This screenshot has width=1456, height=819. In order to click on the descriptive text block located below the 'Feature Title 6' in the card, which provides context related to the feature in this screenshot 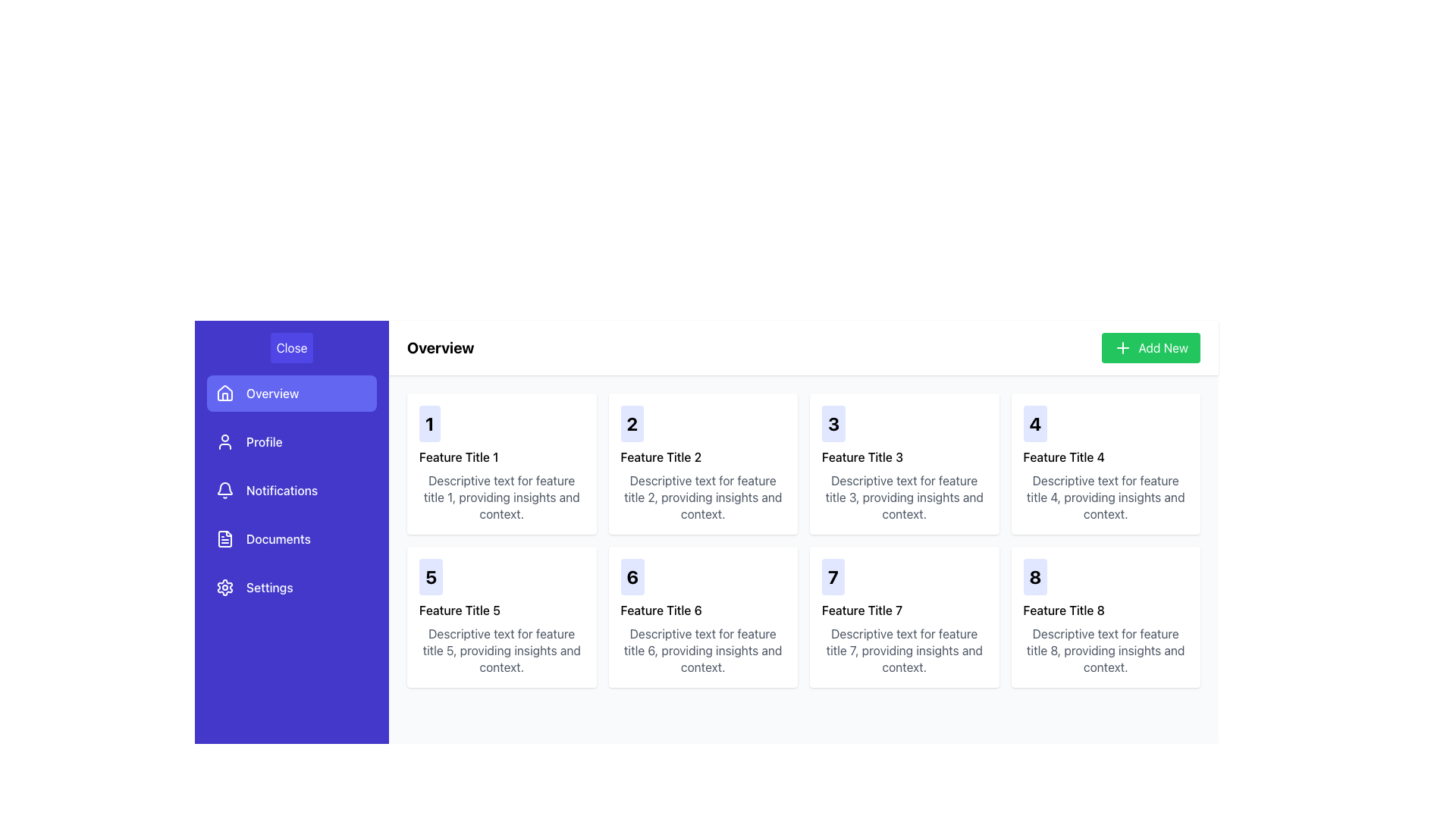, I will do `click(702, 649)`.